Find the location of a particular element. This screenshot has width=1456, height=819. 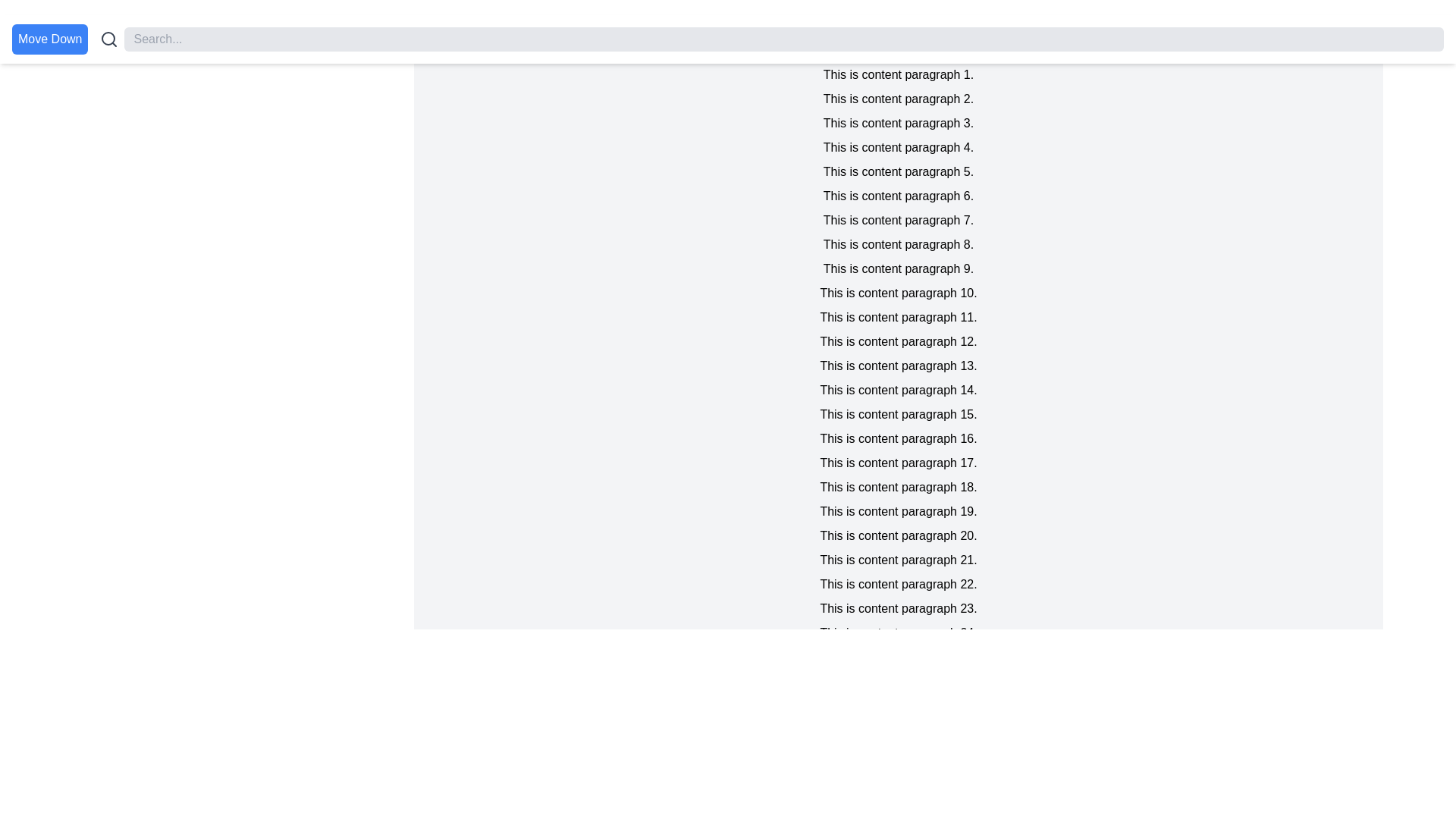

the 13th Plain text element in a vertically stacked list of paragraphs, which displays static textual information is located at coordinates (899, 366).